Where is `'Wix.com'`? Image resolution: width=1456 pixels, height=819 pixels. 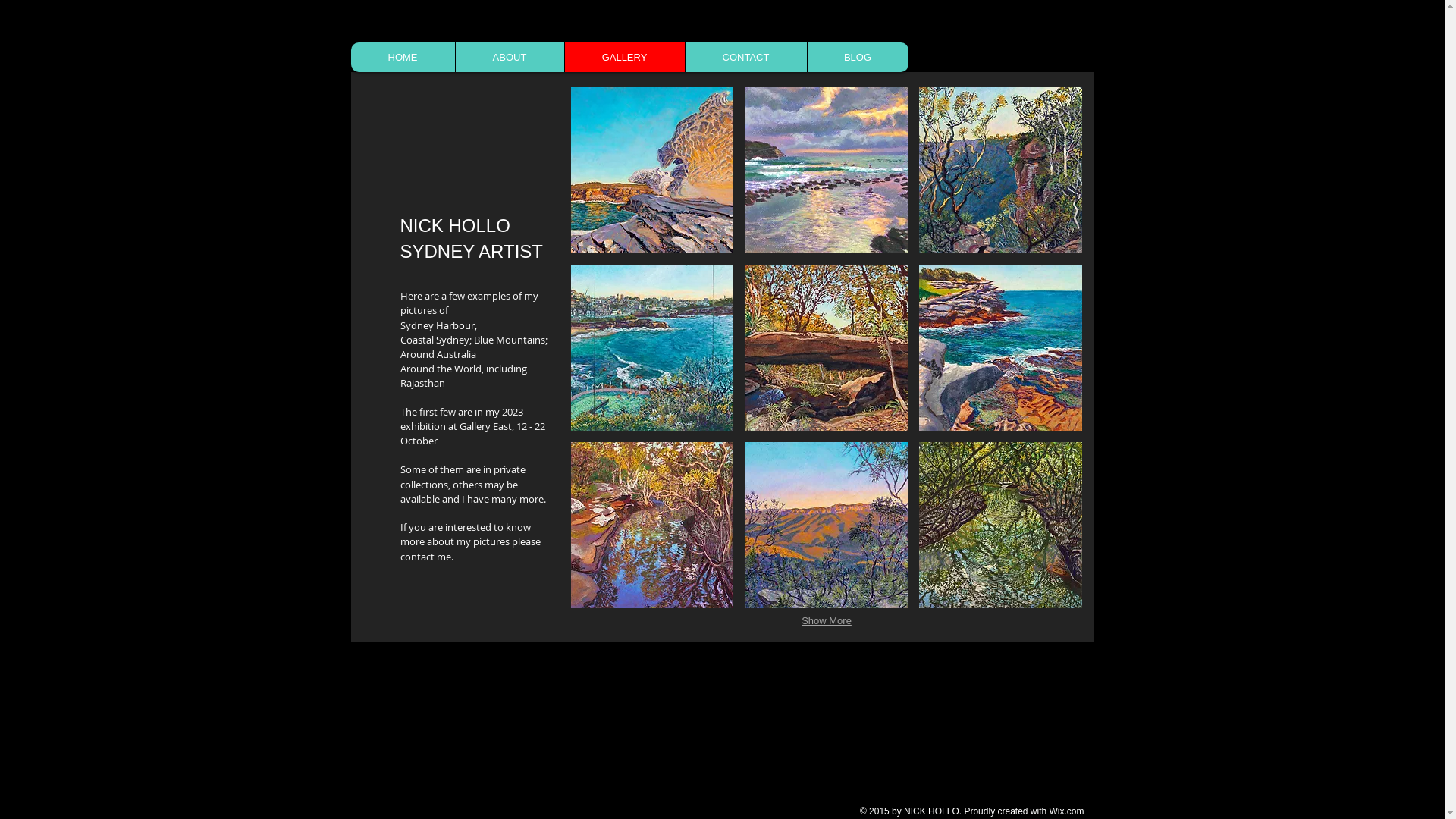 'Wix.com' is located at coordinates (1048, 810).